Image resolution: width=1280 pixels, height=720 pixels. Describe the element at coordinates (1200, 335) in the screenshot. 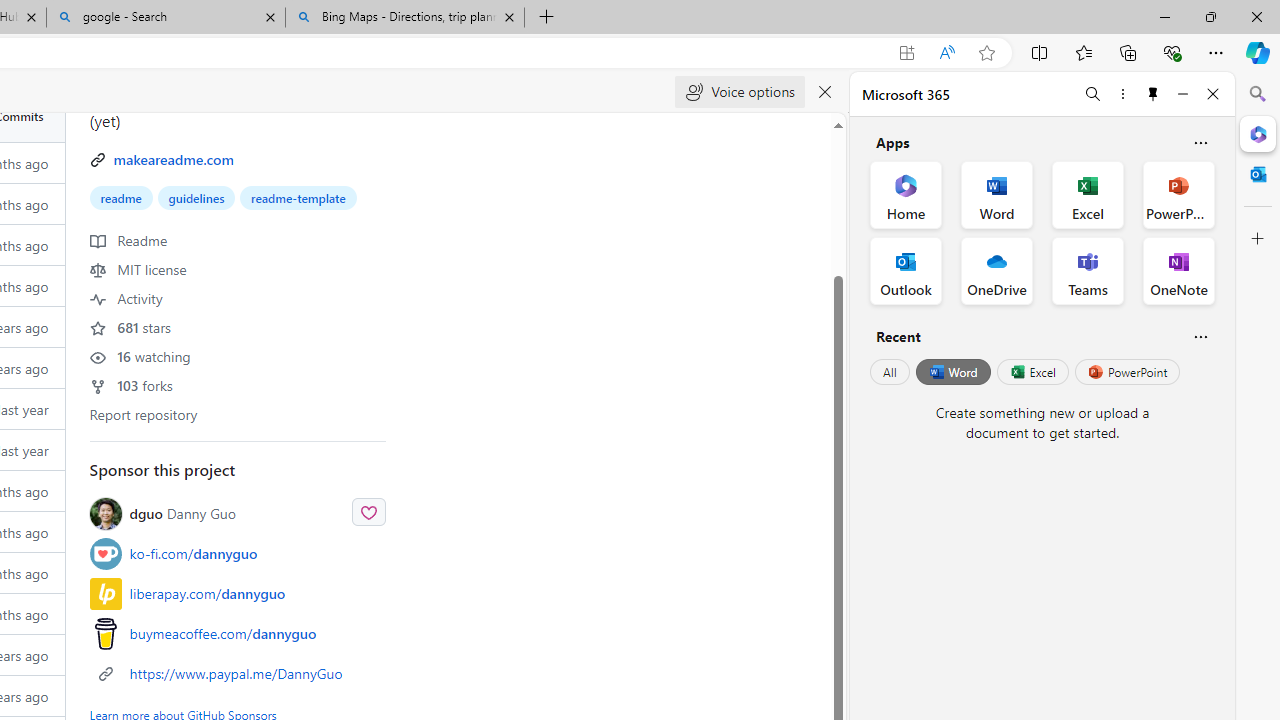

I see `'Is this helpful?'` at that location.